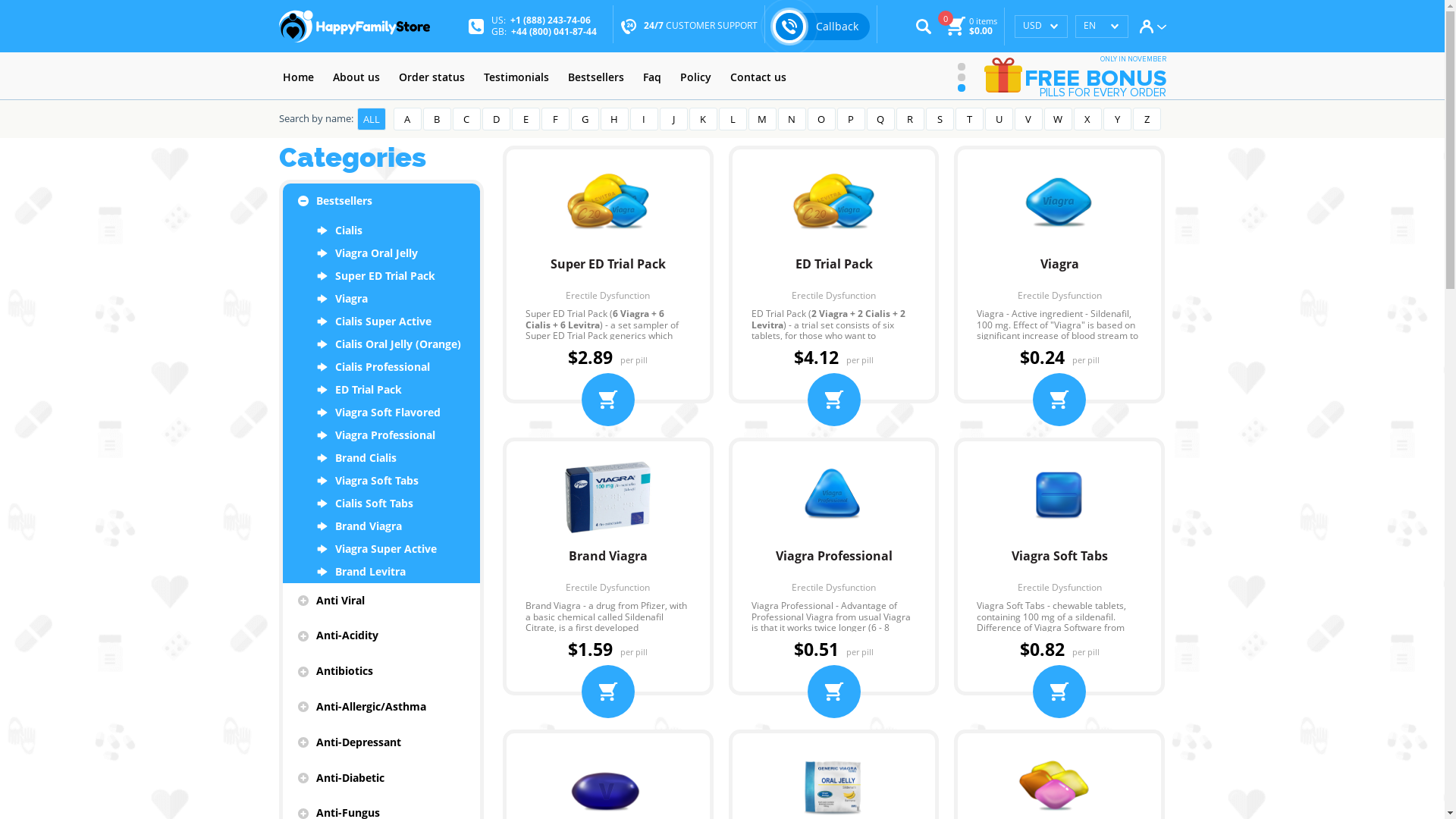 The image size is (1456, 819). What do you see at coordinates (676, 77) in the screenshot?
I see `'policy'` at bounding box center [676, 77].